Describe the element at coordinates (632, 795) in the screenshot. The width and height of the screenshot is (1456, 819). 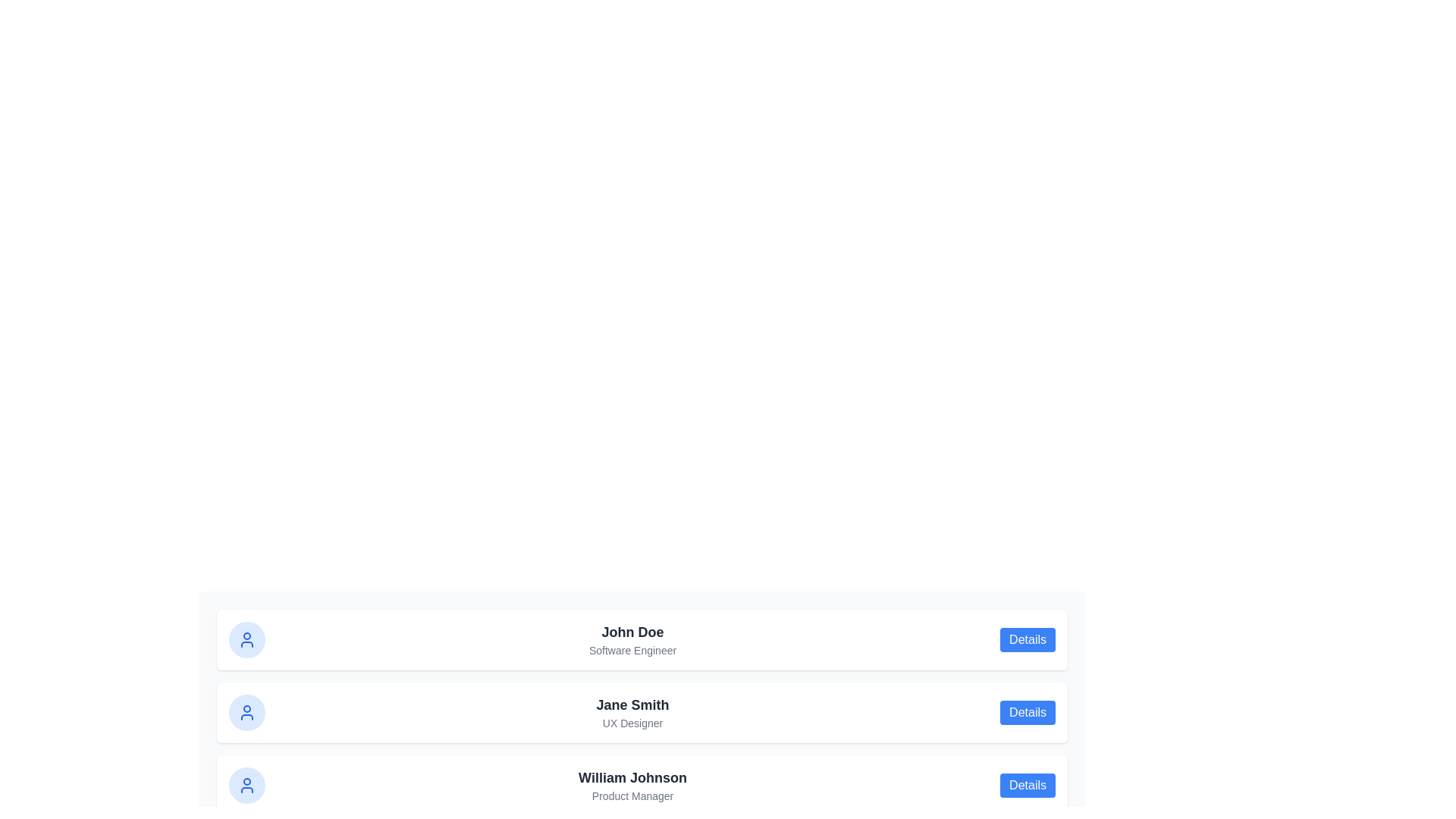
I see `the text label displaying 'Product Manager', which is in gray color and located below 'William Johnson'` at that location.